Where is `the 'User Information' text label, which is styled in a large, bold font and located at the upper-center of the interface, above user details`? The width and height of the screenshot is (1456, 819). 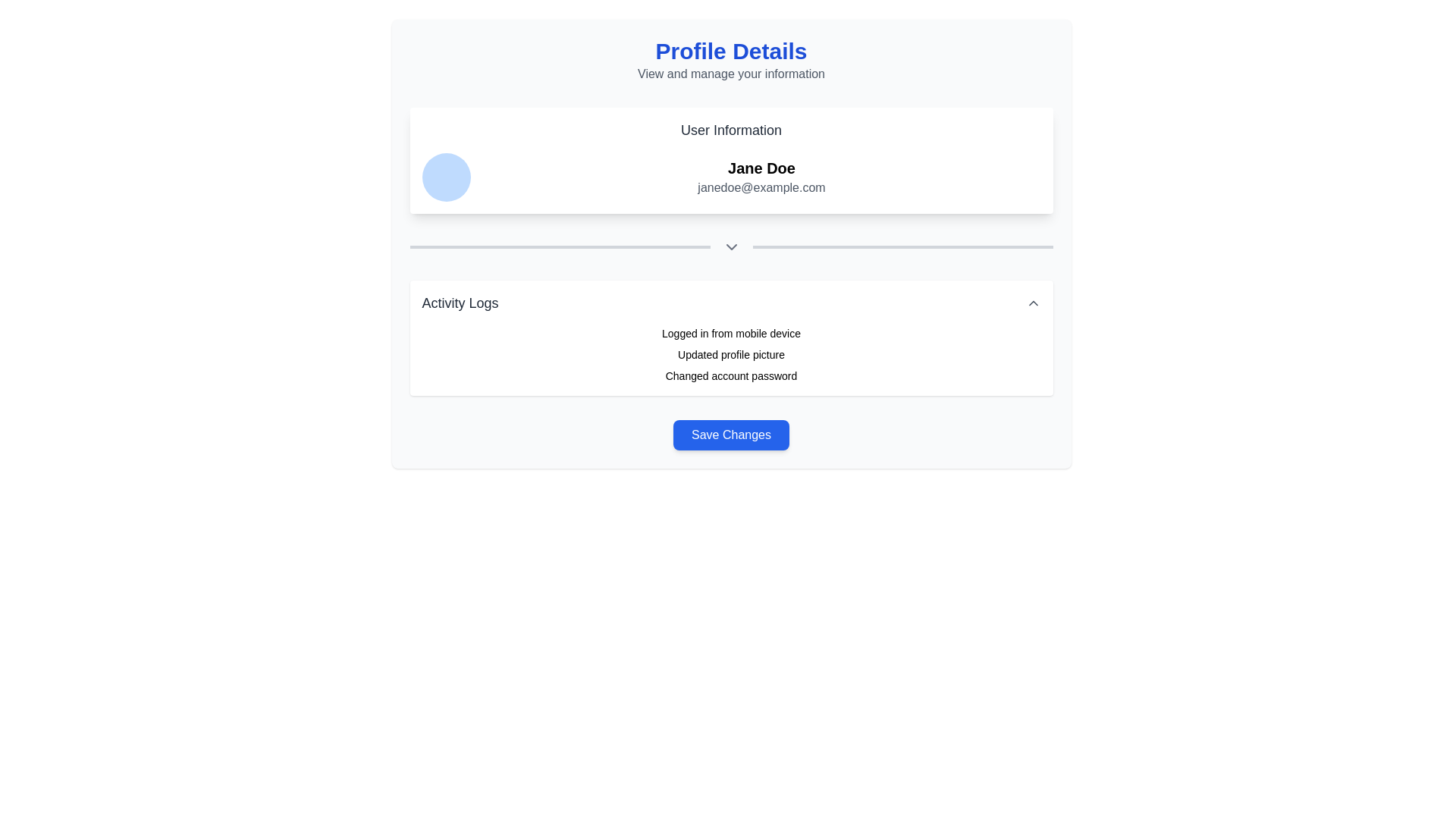
the 'User Information' text label, which is styled in a large, bold font and located at the upper-center of the interface, above user details is located at coordinates (731, 130).